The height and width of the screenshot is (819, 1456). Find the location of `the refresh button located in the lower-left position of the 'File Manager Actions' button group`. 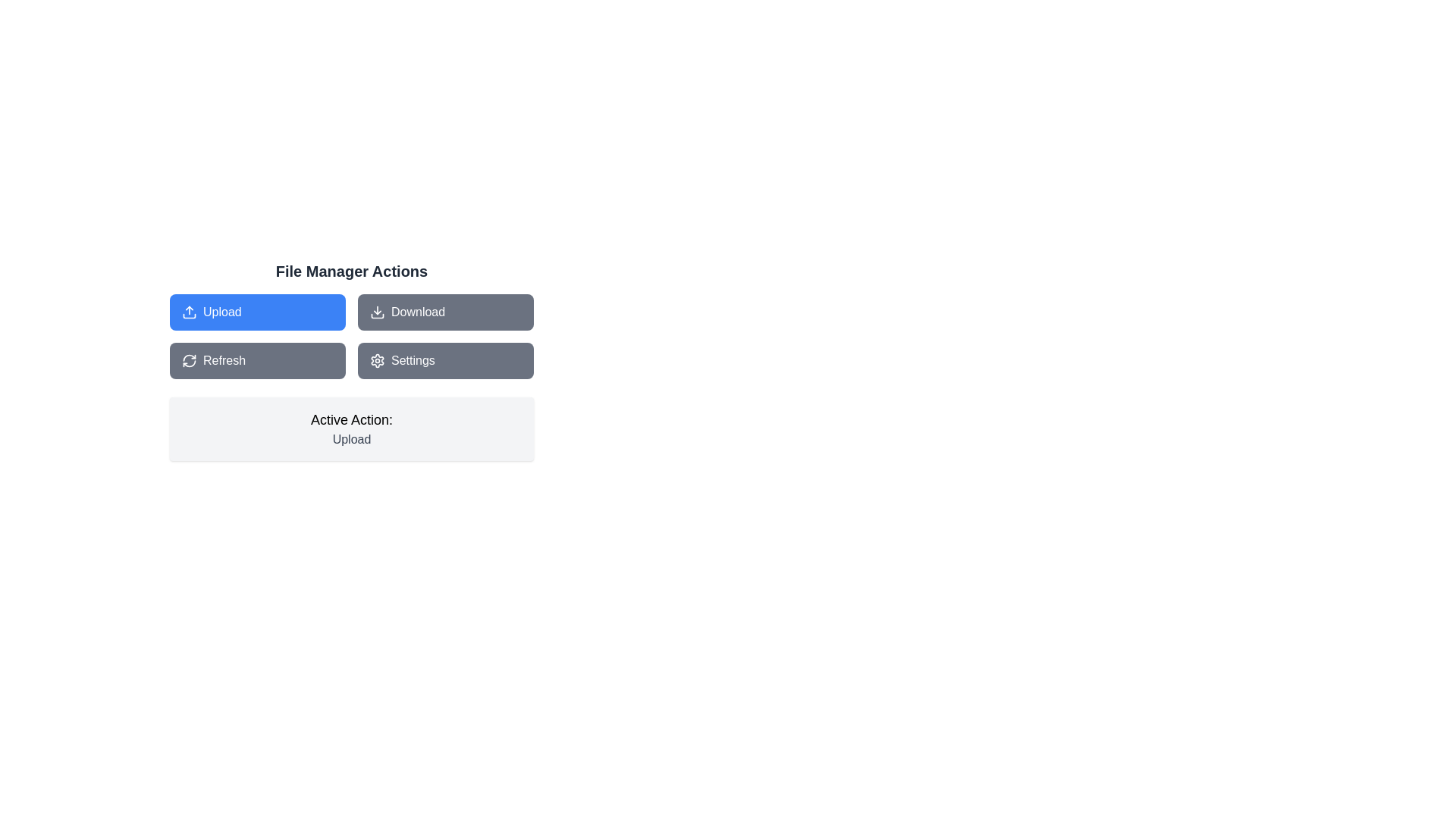

the refresh button located in the lower-left position of the 'File Manager Actions' button group is located at coordinates (258, 360).